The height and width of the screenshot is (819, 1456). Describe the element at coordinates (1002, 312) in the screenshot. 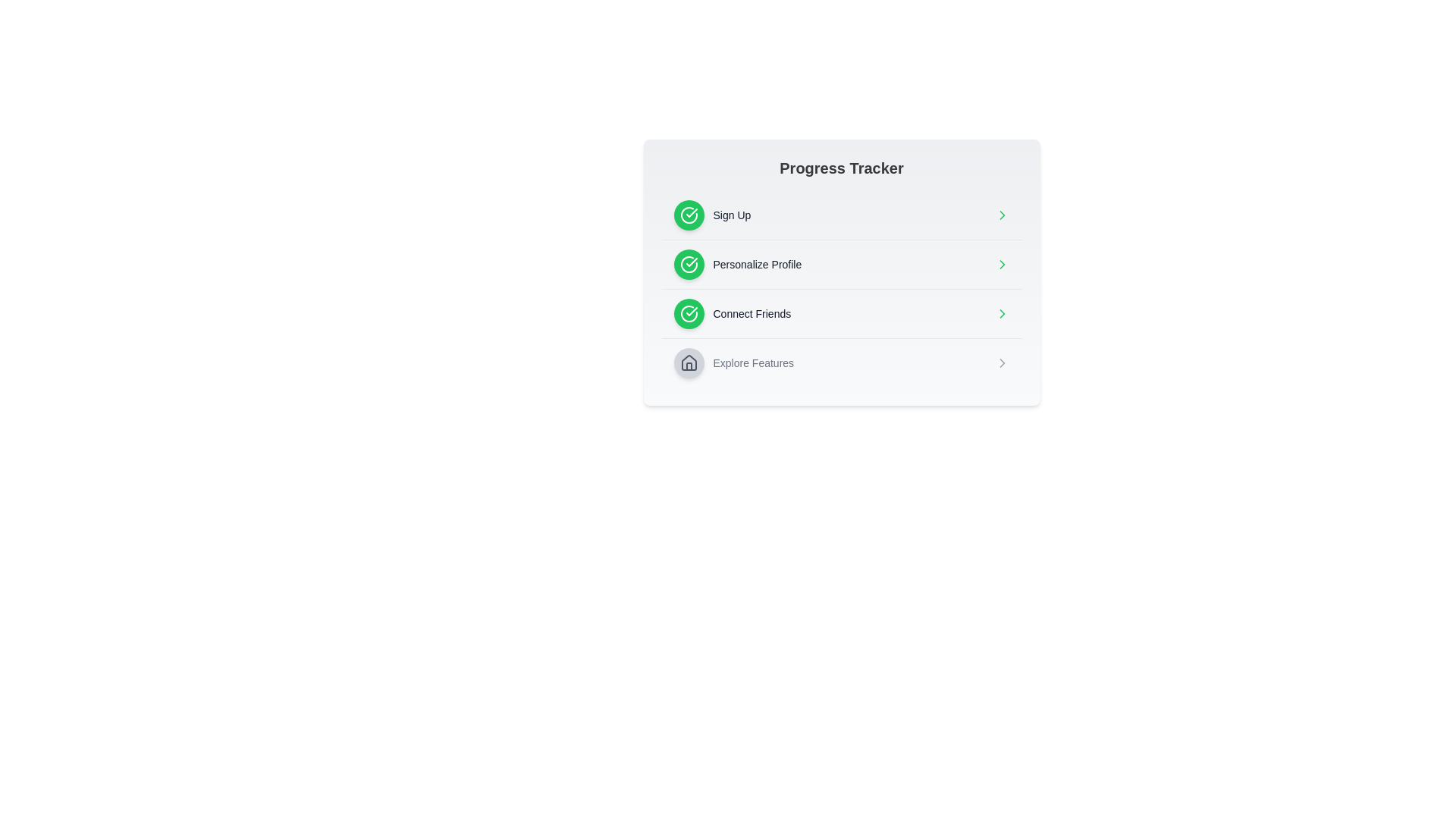

I see `the right-pointing chevron icon within the 'Connect Friends' entry of the progress tracker interface` at that location.